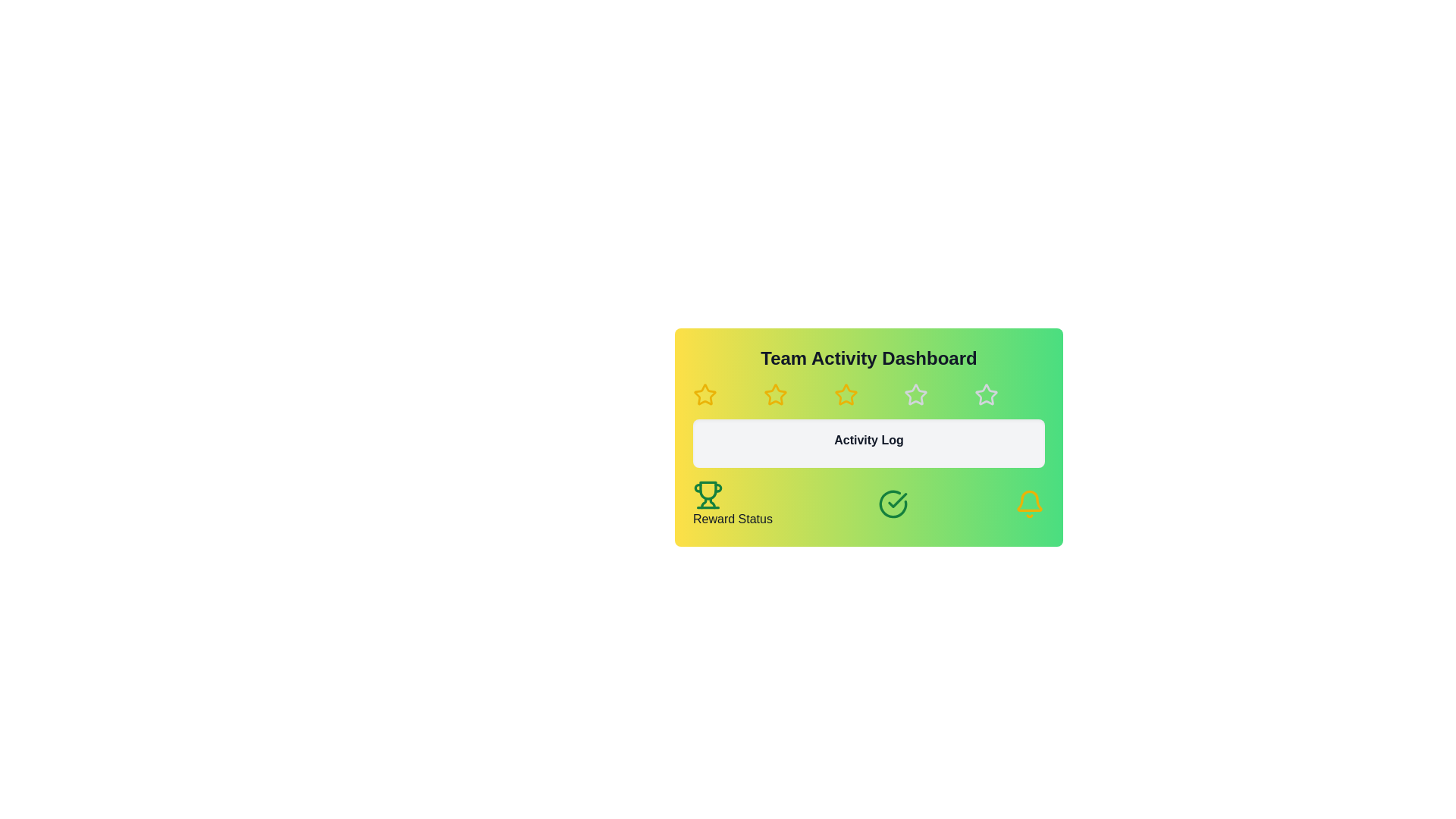 The height and width of the screenshot is (819, 1456). I want to click on the second star-shaped icon from the left in a row of five stars on the 'Team Activity Dashboard', so click(775, 394).